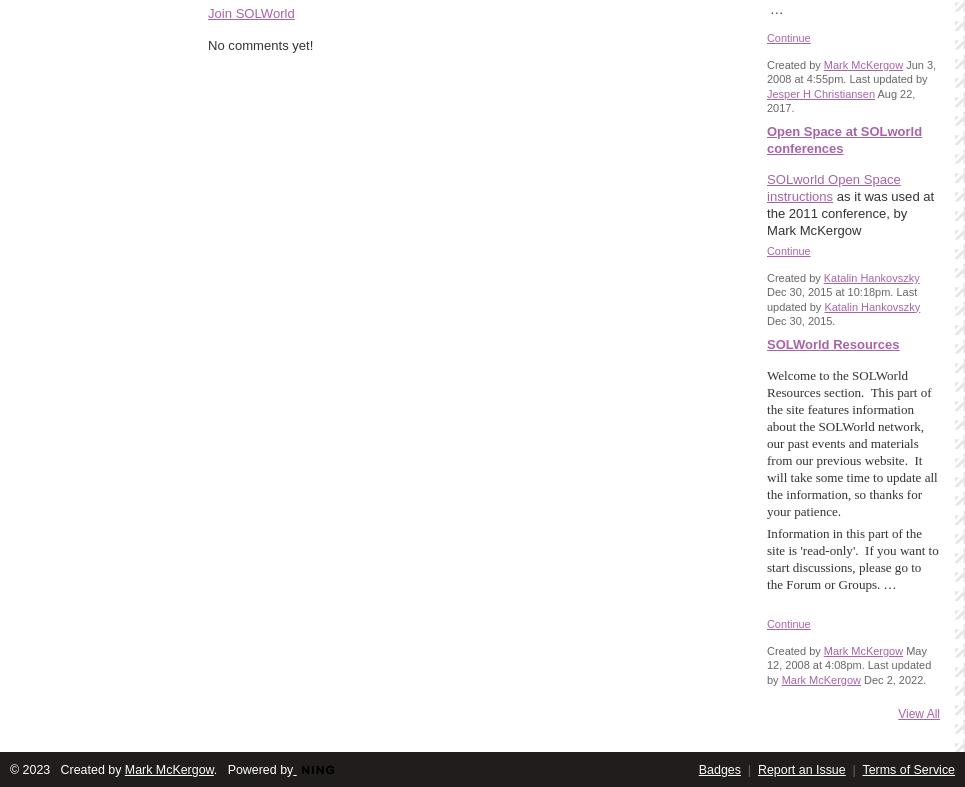 The width and height of the screenshot is (965, 787). Describe the element at coordinates (840, 297) in the screenshot. I see `'Dec 30, 2015 at 10:18pm. Last updated by'` at that location.